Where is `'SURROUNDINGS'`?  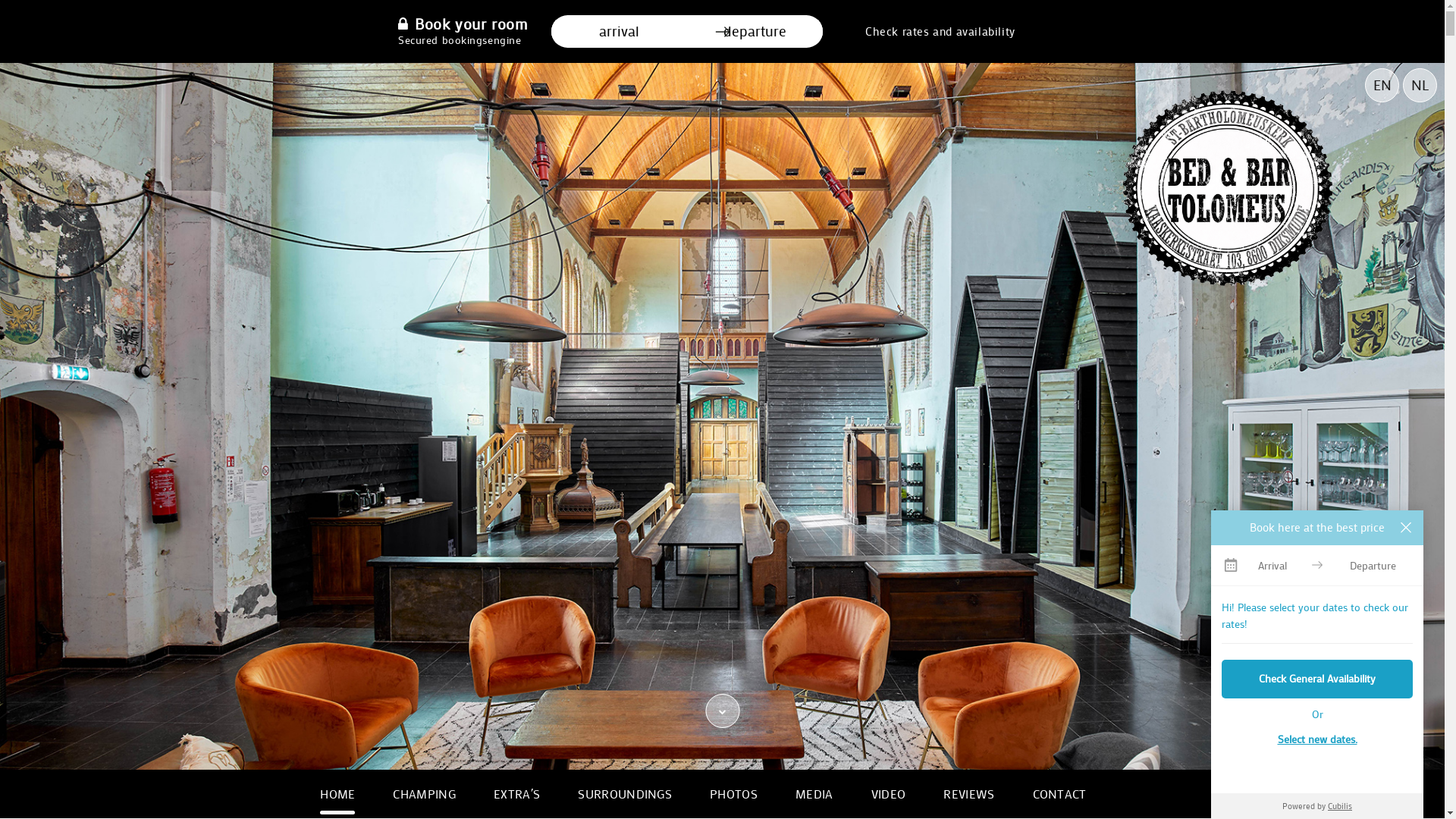 'SURROUNDINGS' is located at coordinates (625, 792).